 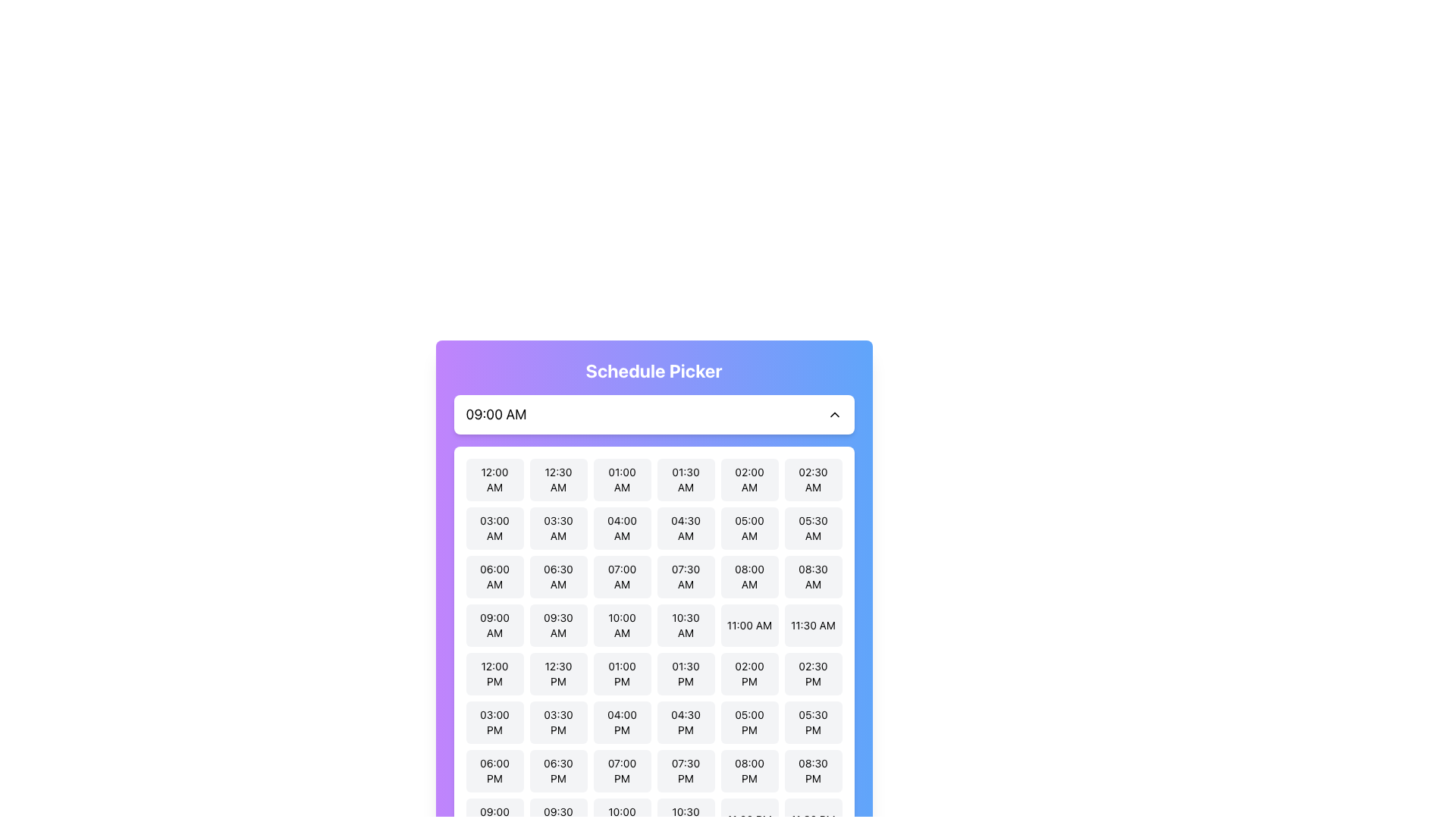 What do you see at coordinates (557, 771) in the screenshot?
I see `the button displaying '06:30 PM' to observe the hover effect` at bounding box center [557, 771].